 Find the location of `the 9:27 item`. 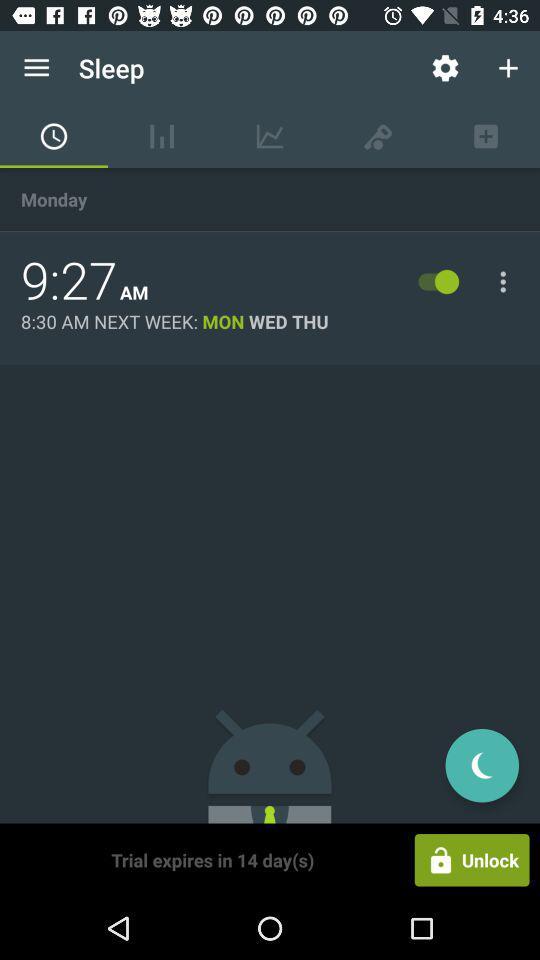

the 9:27 item is located at coordinates (68, 280).